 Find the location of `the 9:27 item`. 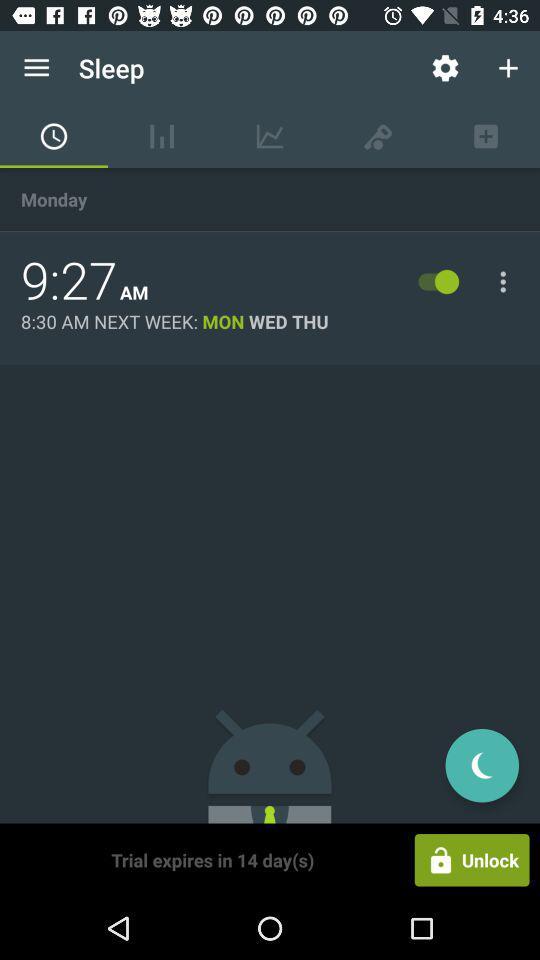

the 9:27 item is located at coordinates (68, 280).